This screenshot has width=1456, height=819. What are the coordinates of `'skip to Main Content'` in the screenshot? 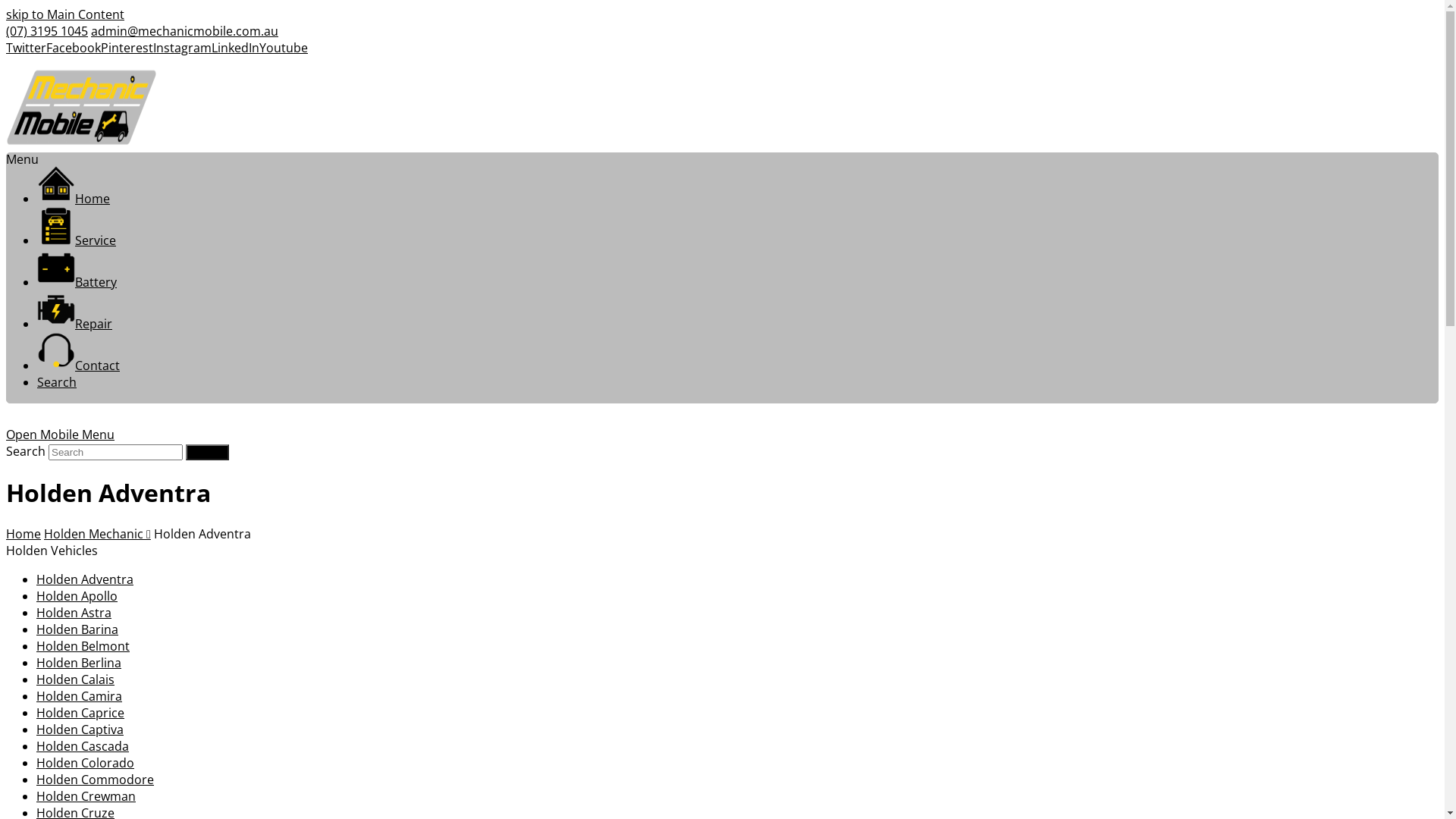 It's located at (64, 14).